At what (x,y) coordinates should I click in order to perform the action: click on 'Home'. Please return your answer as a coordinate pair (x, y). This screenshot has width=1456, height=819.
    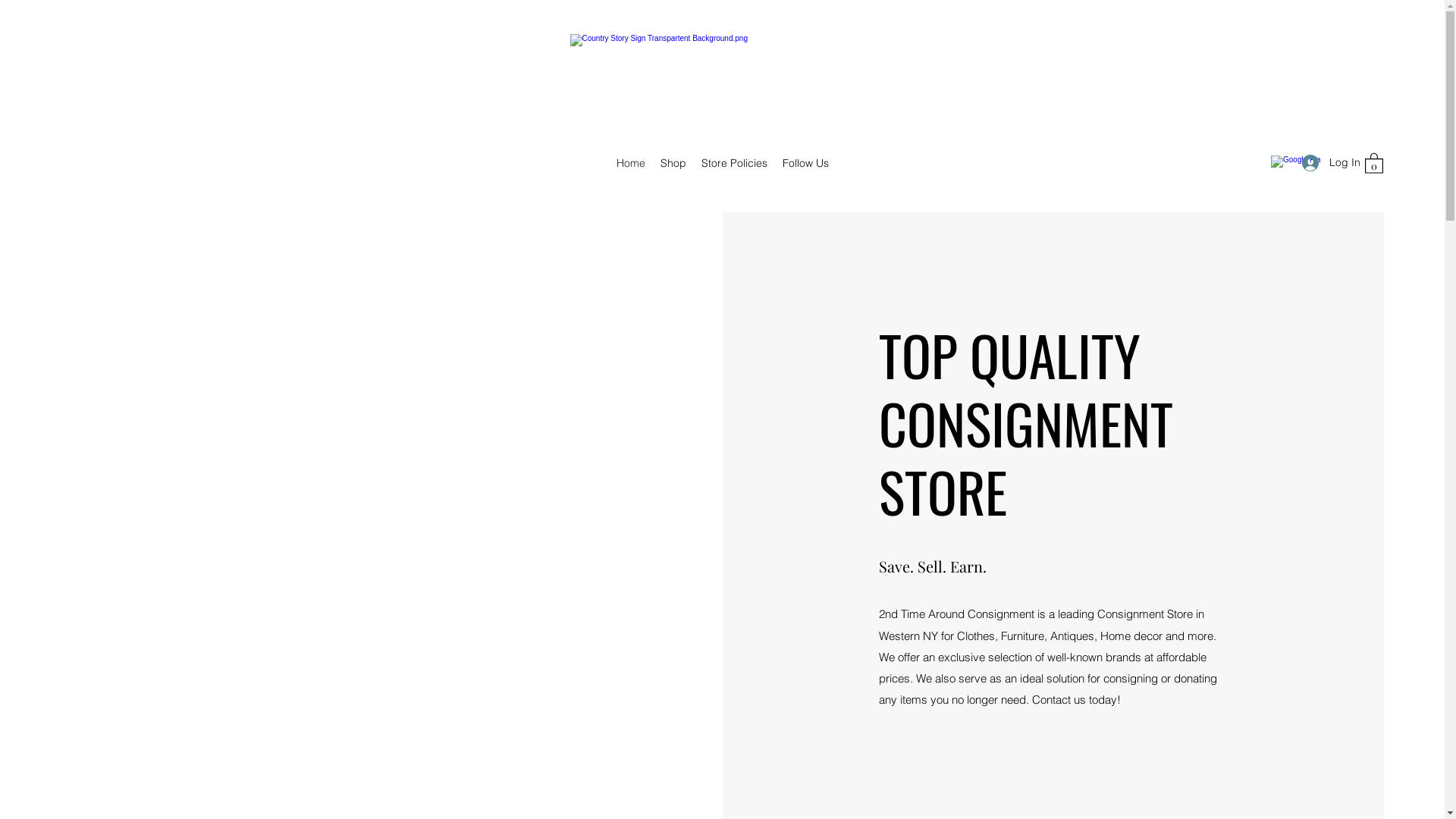
    Looking at the image, I should click on (629, 163).